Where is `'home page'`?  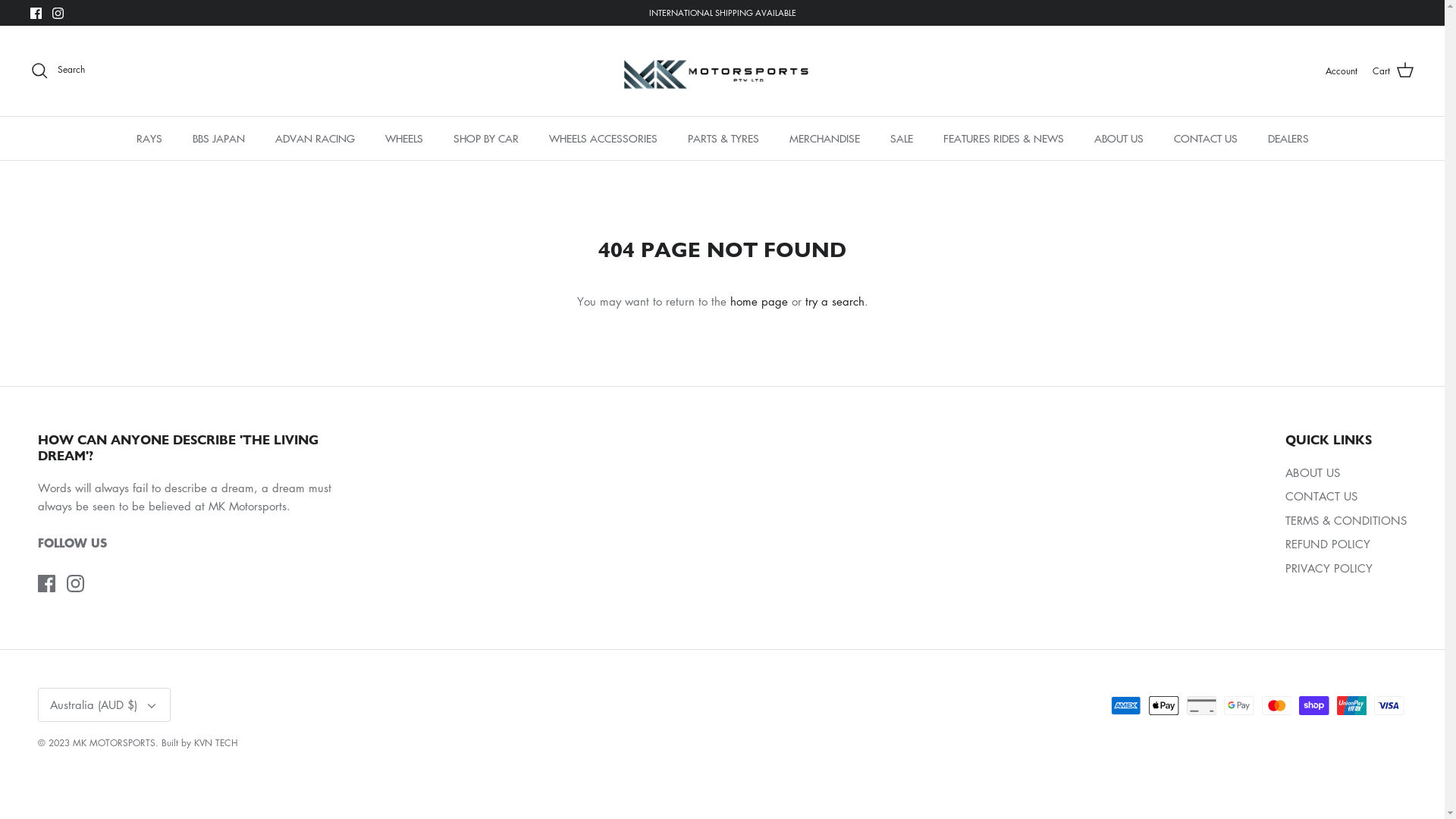
'home page' is located at coordinates (758, 301).